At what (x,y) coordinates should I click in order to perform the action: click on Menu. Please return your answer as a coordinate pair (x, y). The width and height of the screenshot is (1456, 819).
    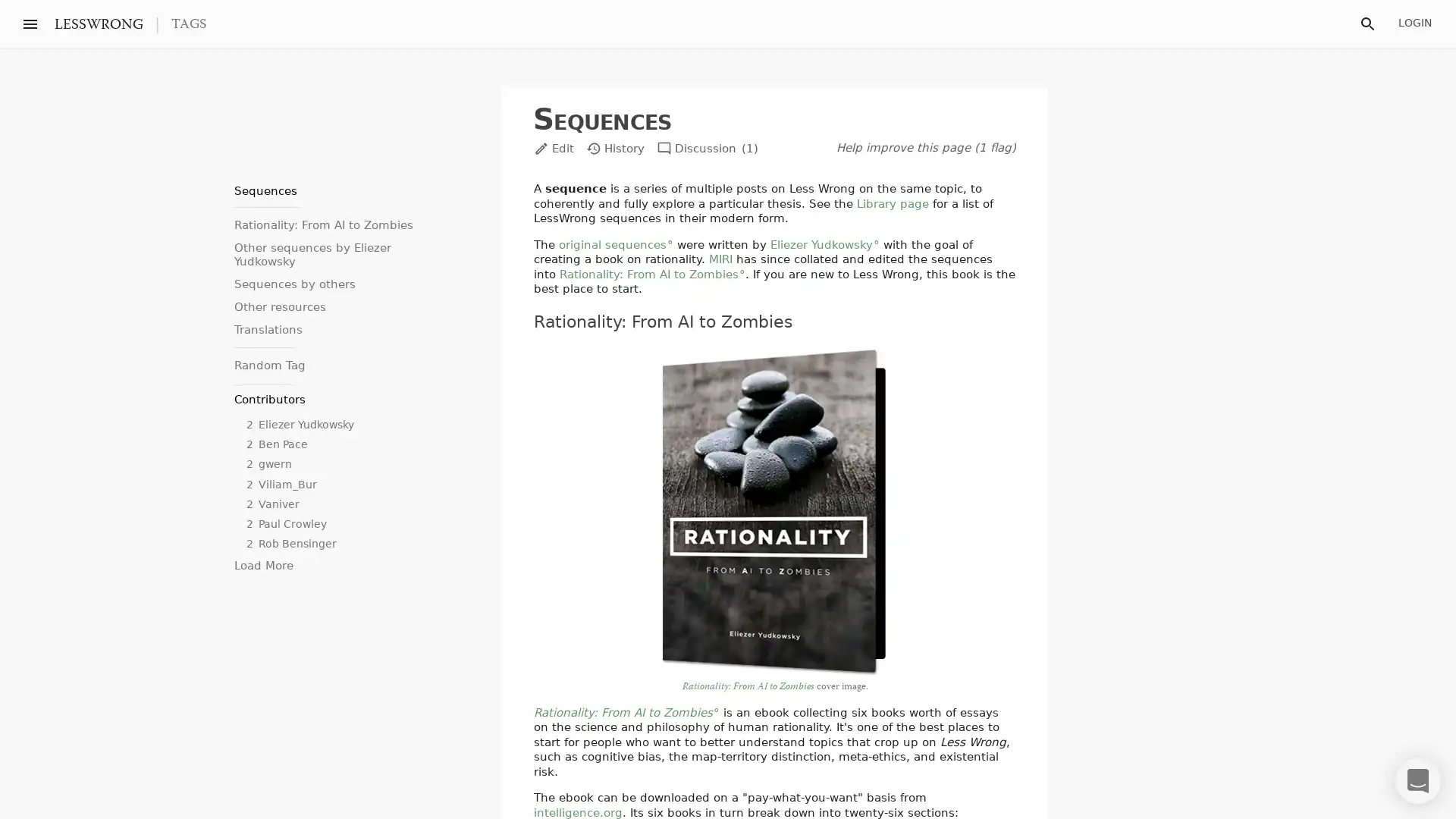
    Looking at the image, I should click on (30, 24).